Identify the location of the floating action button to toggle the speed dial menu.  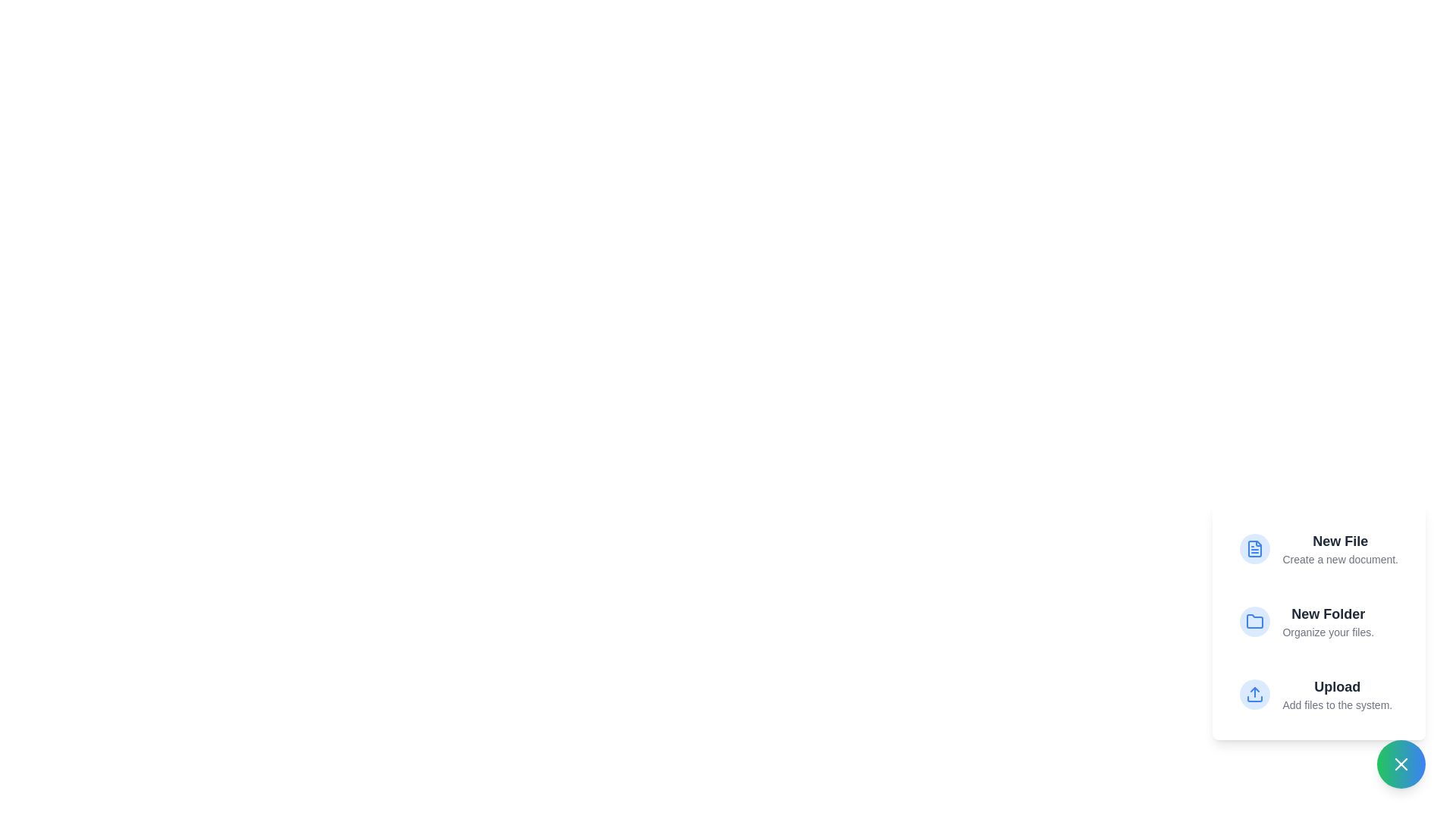
(1401, 764).